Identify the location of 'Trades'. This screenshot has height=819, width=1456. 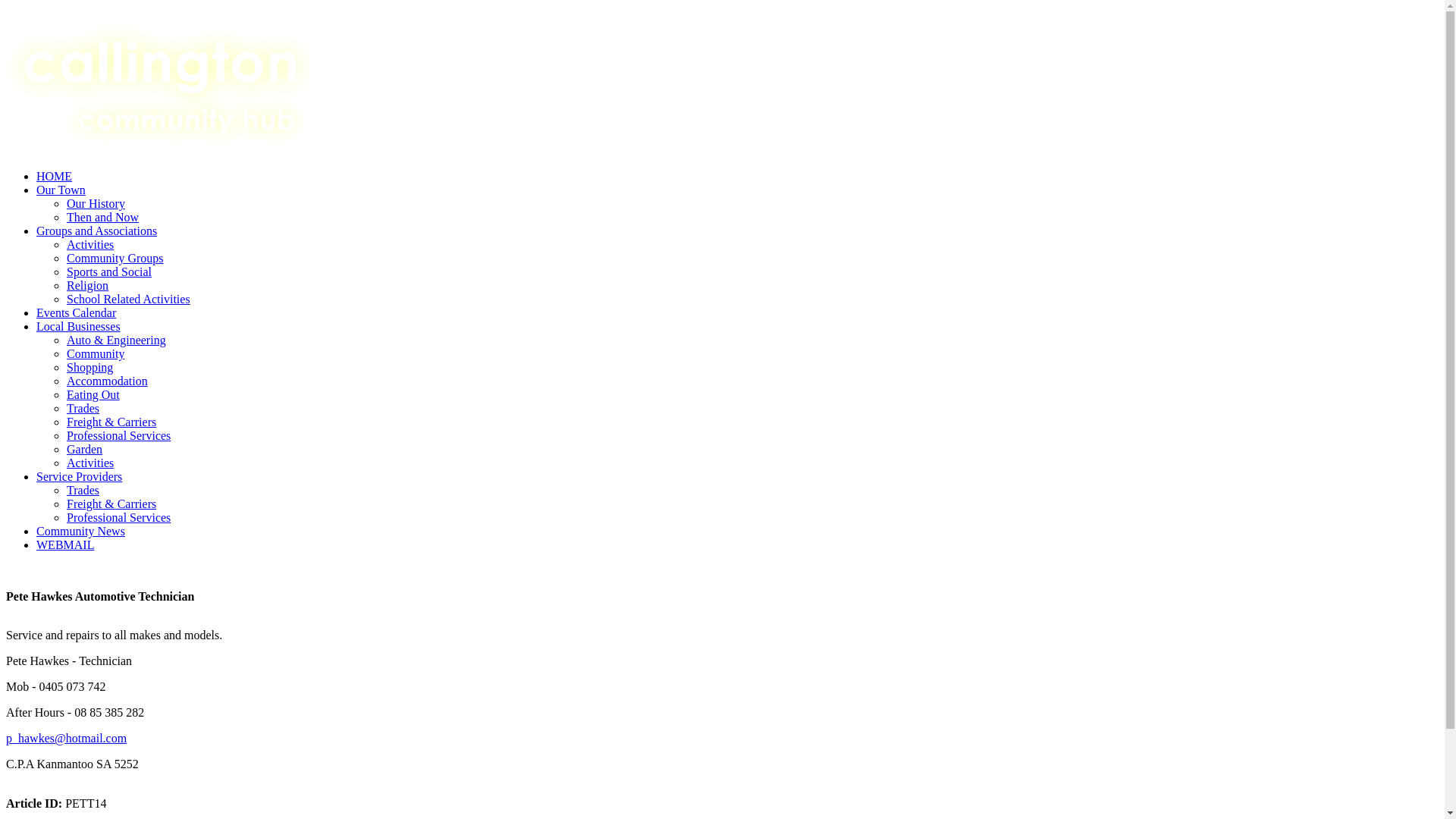
(65, 490).